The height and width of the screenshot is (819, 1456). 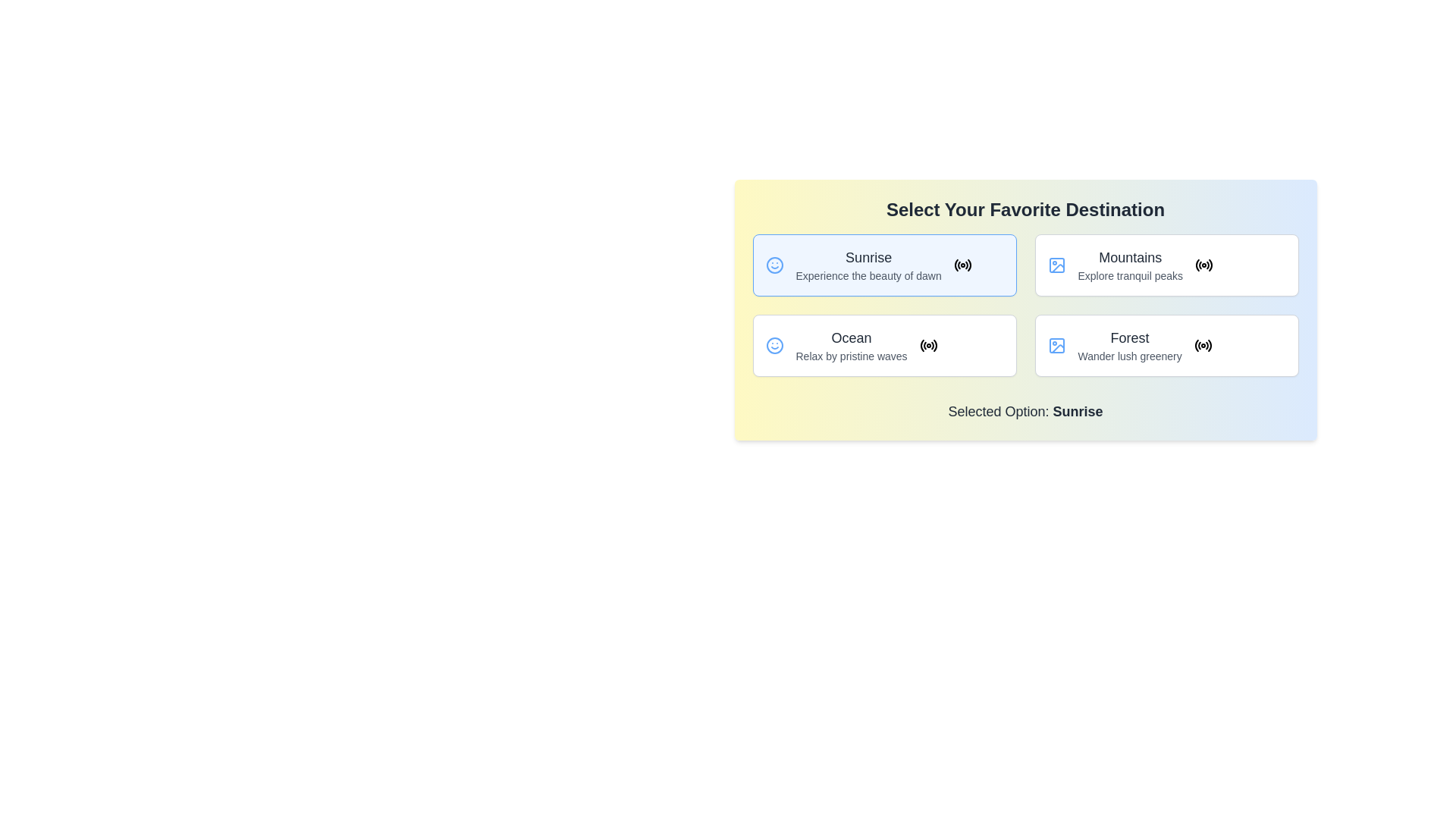 What do you see at coordinates (884, 345) in the screenshot?
I see `the 'Ocean' destination card, which is the third card in a grid of selectable options` at bounding box center [884, 345].